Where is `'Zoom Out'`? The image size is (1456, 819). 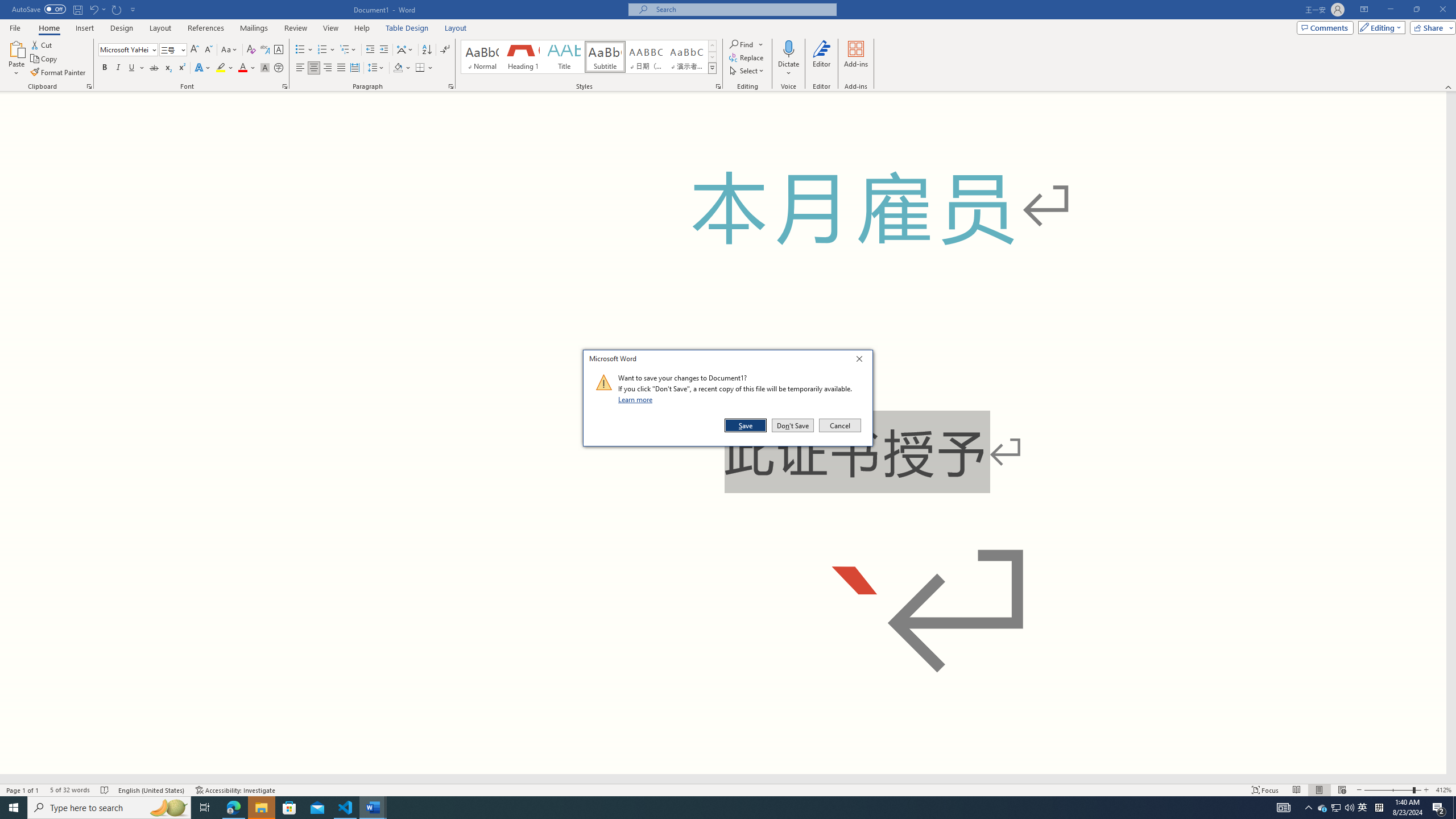 'Zoom Out' is located at coordinates (1387, 790).